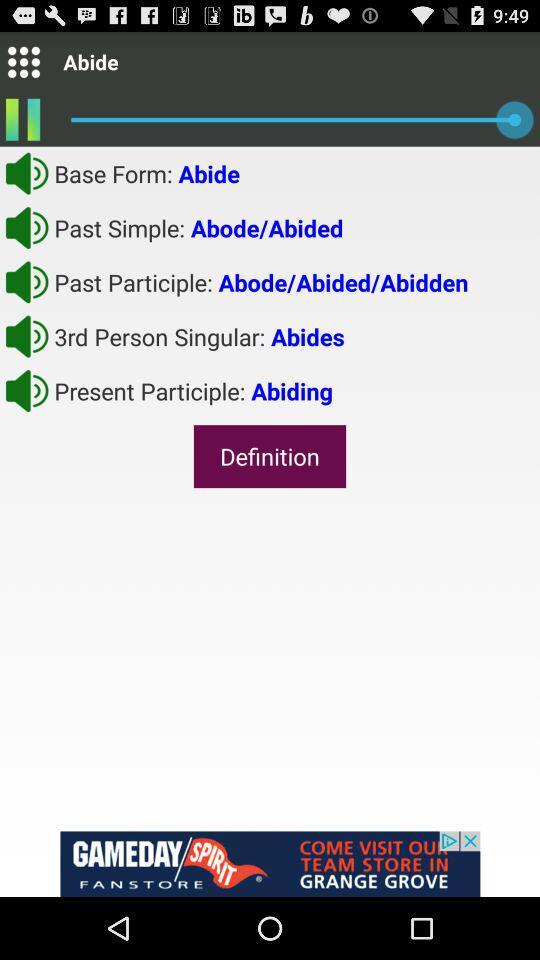 The height and width of the screenshot is (960, 540). I want to click on the dialpad icon, so click(22, 66).